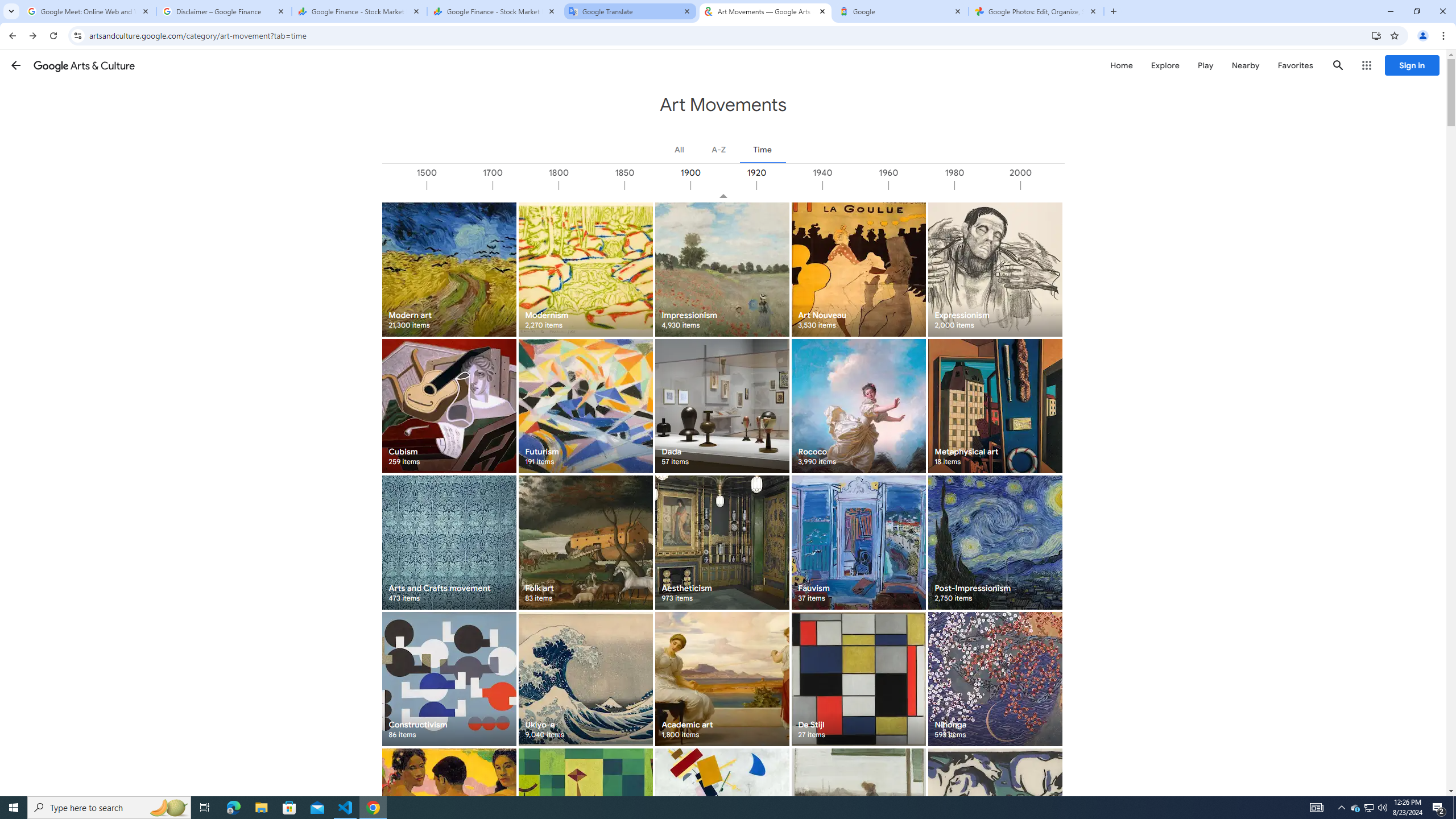 The image size is (1456, 819). What do you see at coordinates (858, 406) in the screenshot?
I see `'Rococo 3,990 items'` at bounding box center [858, 406].